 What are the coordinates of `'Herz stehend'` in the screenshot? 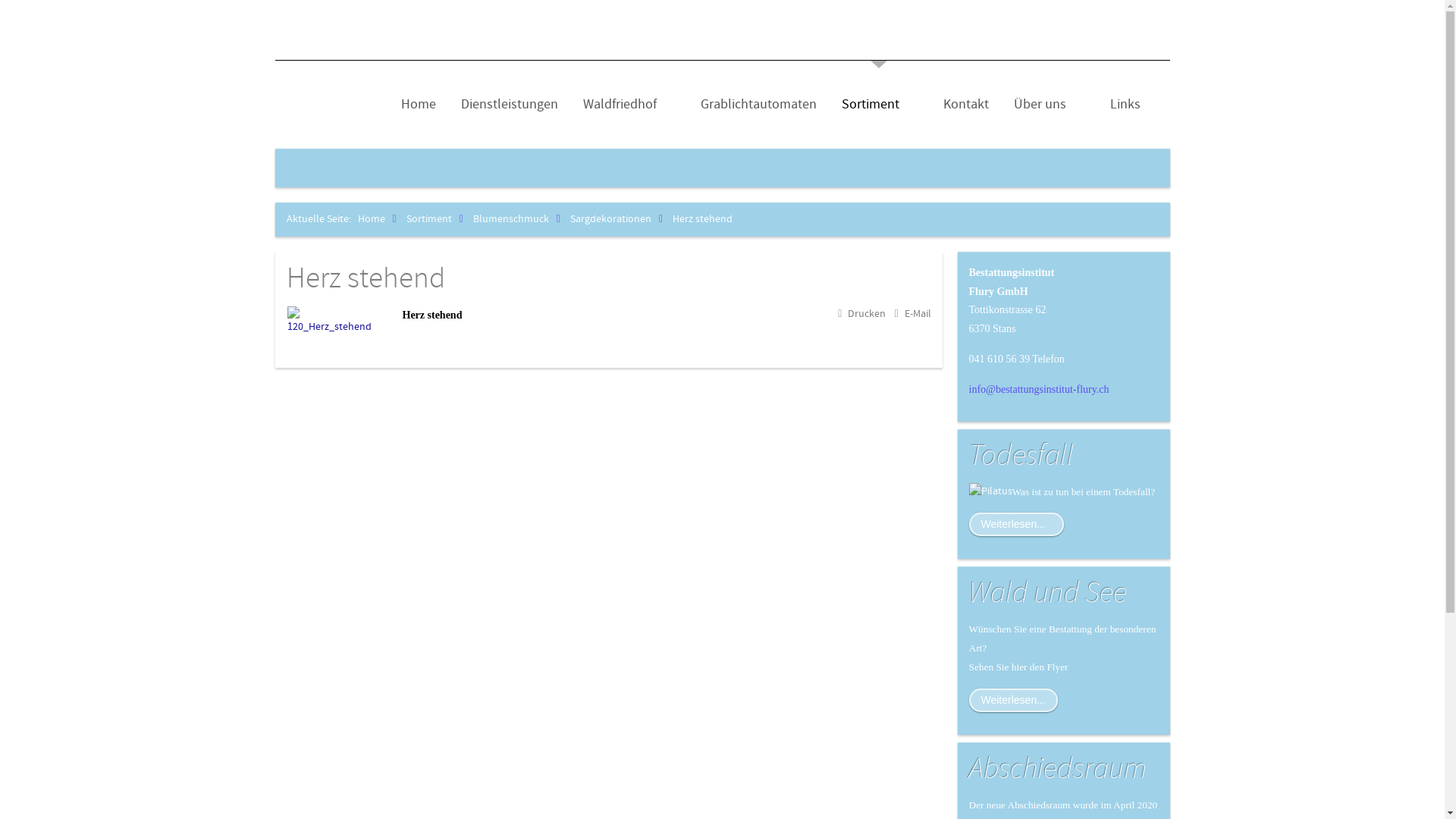 It's located at (287, 278).